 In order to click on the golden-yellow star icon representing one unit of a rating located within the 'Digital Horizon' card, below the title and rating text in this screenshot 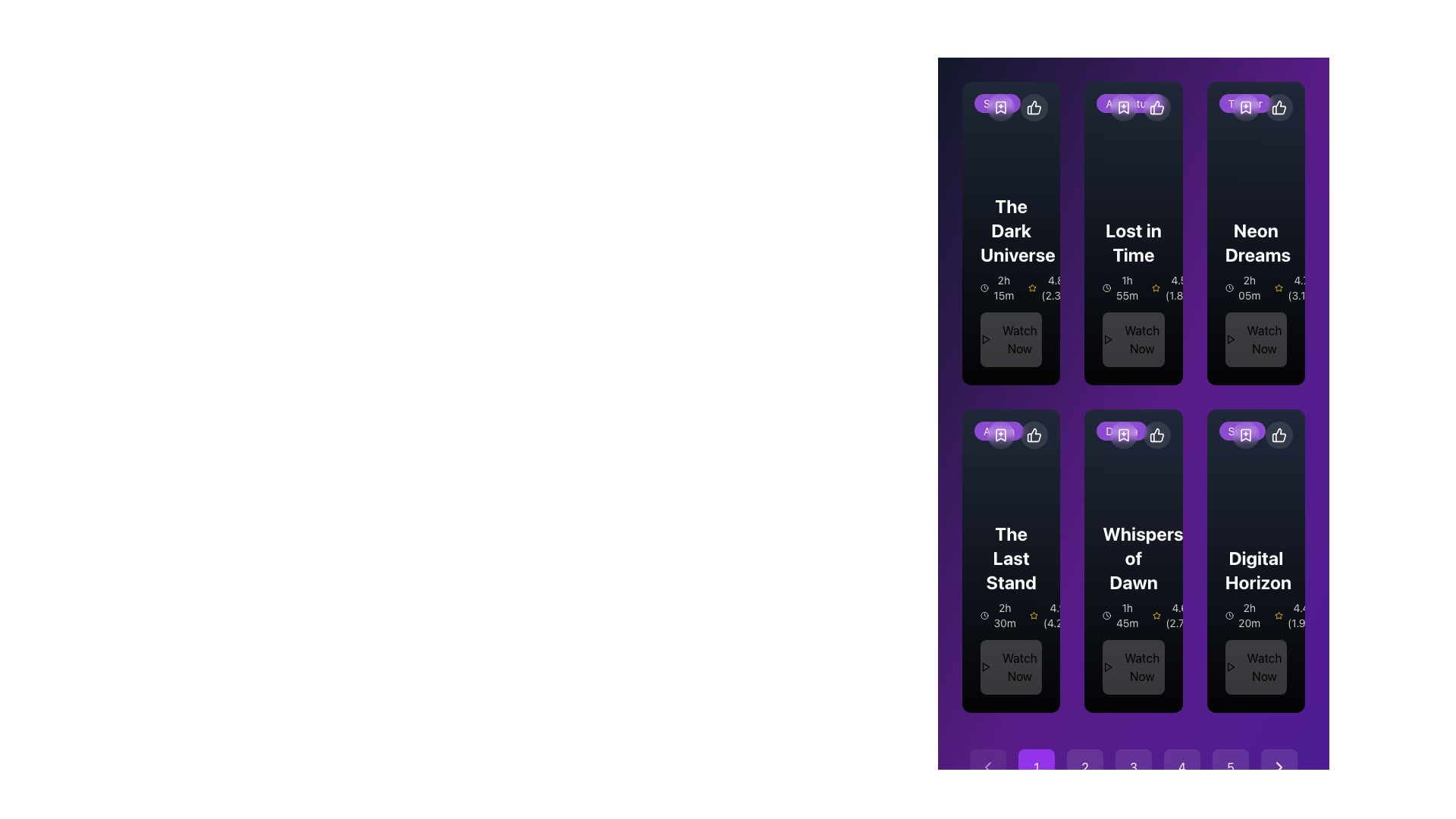, I will do `click(1156, 615)`.